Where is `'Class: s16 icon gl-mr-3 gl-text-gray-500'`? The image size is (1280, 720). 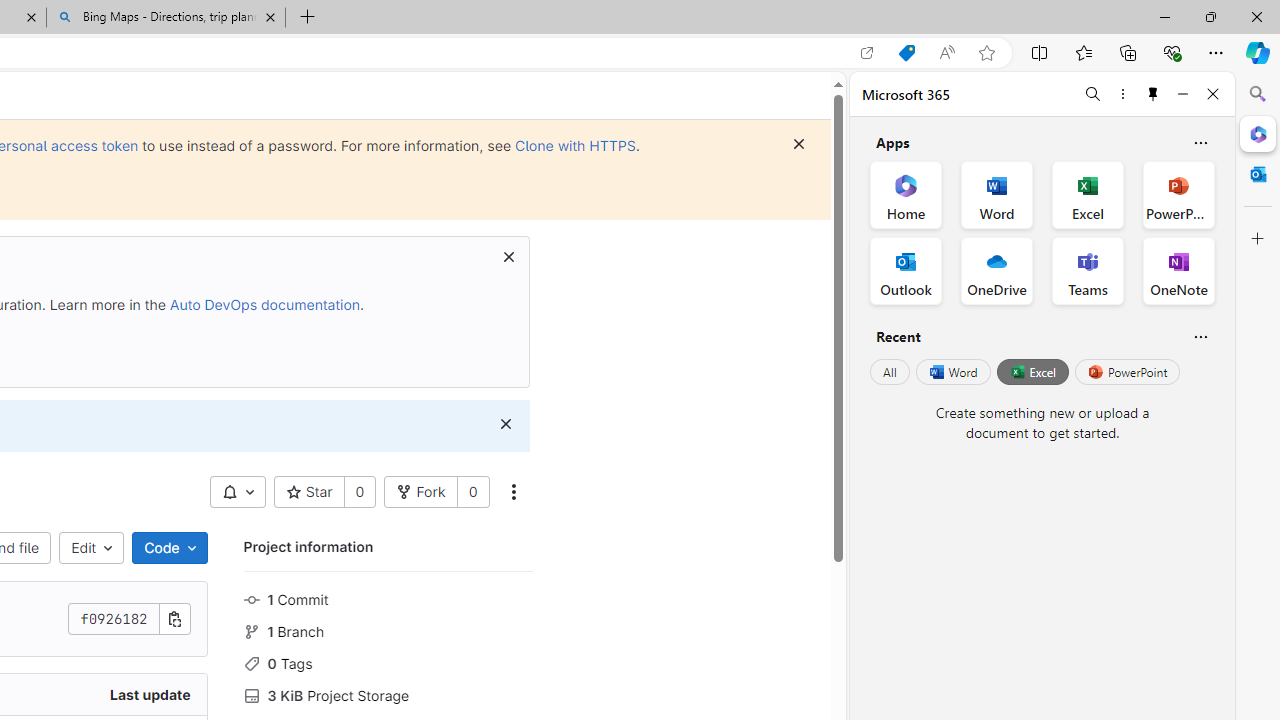
'Class: s16 icon gl-mr-3 gl-text-gray-500' is located at coordinates (250, 695).